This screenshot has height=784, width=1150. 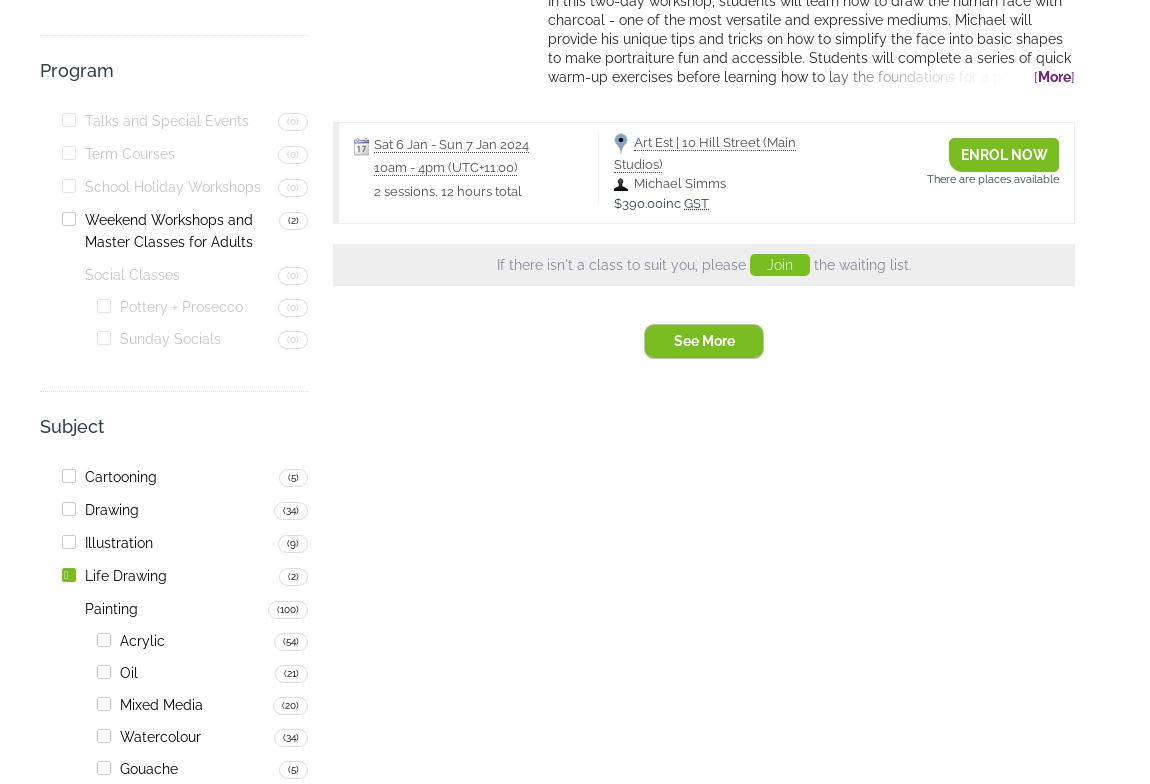 I want to click on 'Pottery + Prosecco', so click(x=180, y=307).